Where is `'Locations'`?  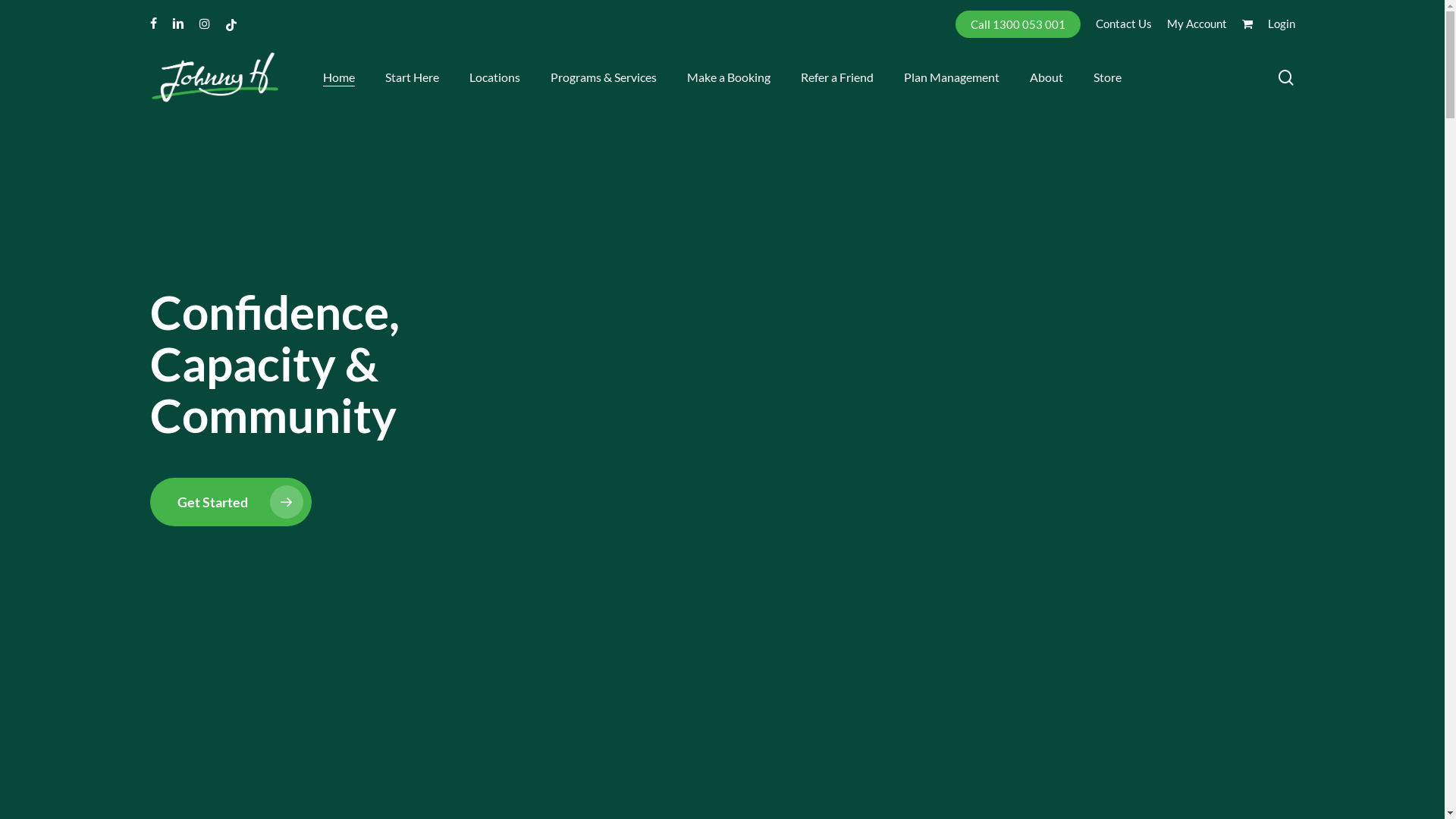
'Locations' is located at coordinates (469, 77).